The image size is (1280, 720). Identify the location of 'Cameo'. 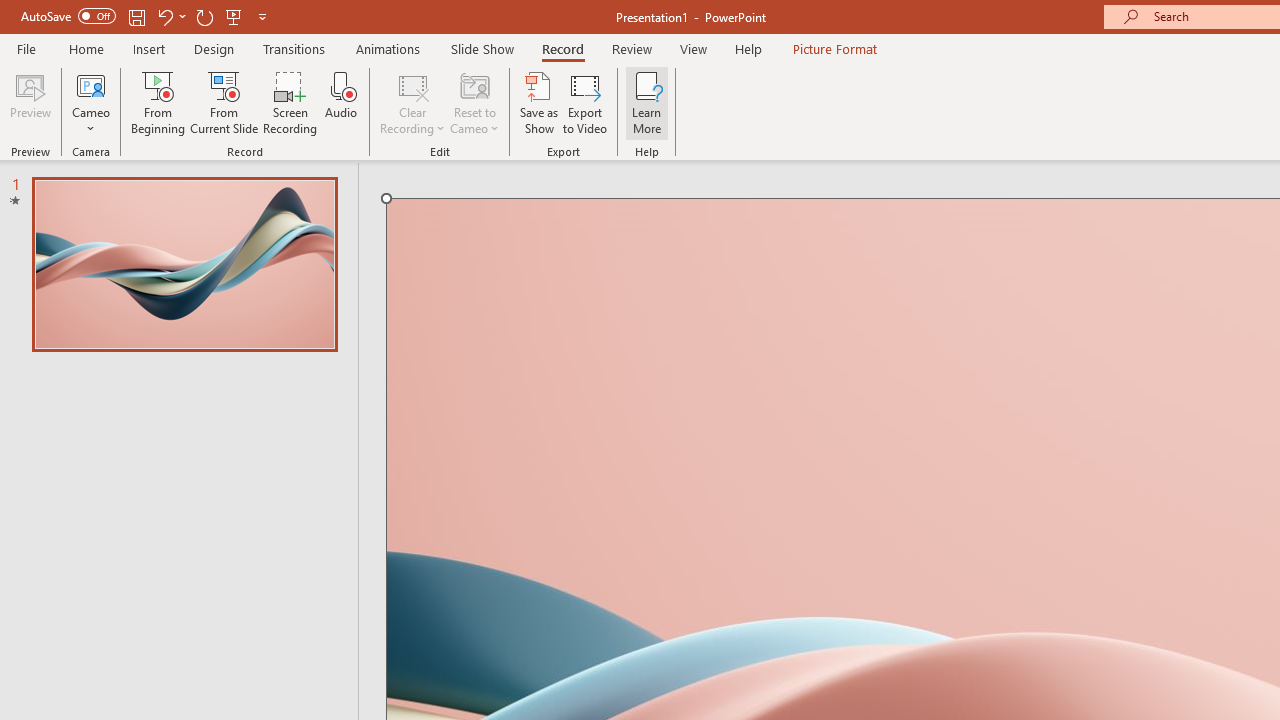
(90, 103).